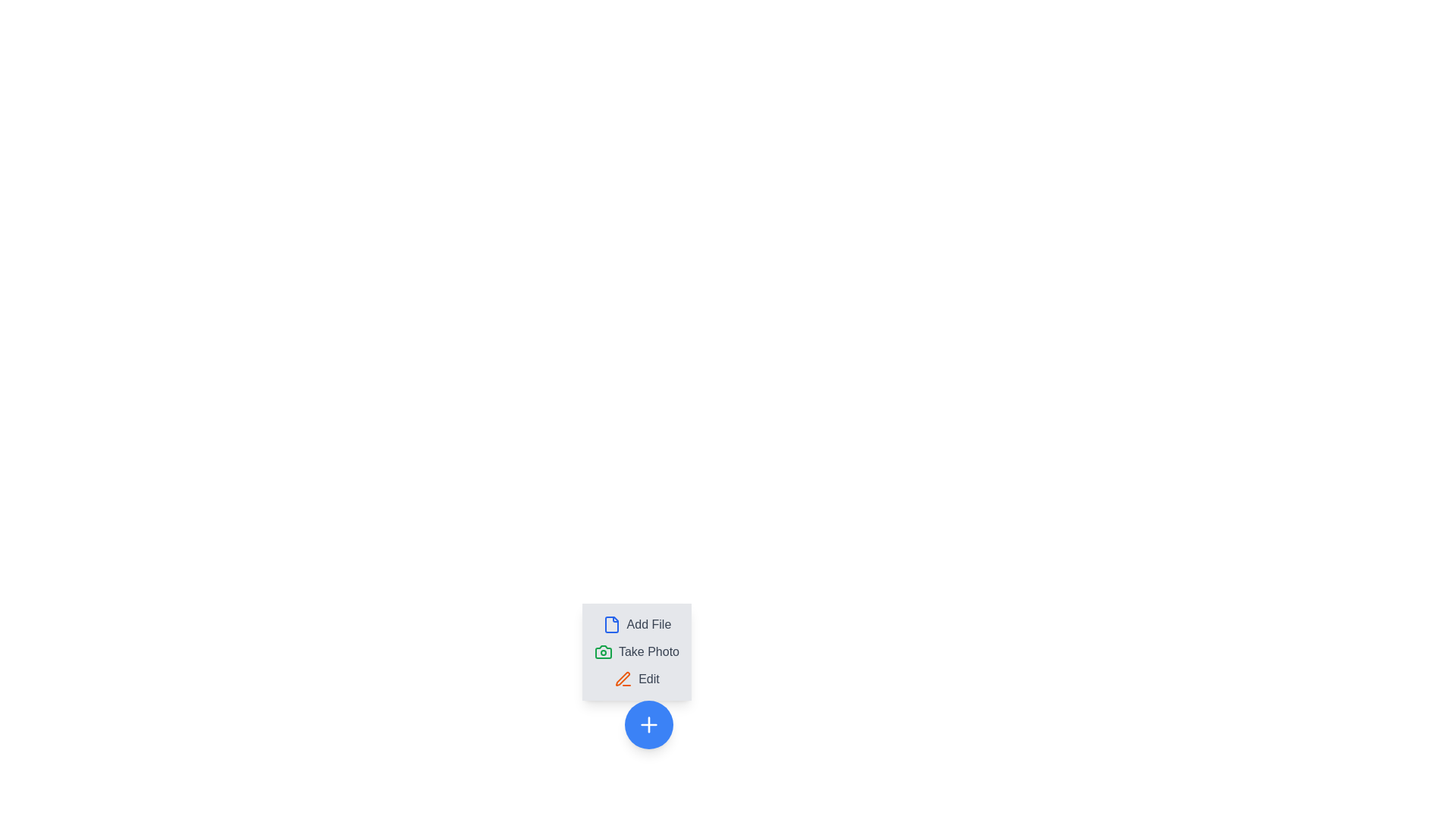  Describe the element at coordinates (648, 651) in the screenshot. I see `the text label reading 'Take Photo', which is styled with a gray font and positioned vertically between 'Add File' above and 'Edit' below` at that location.